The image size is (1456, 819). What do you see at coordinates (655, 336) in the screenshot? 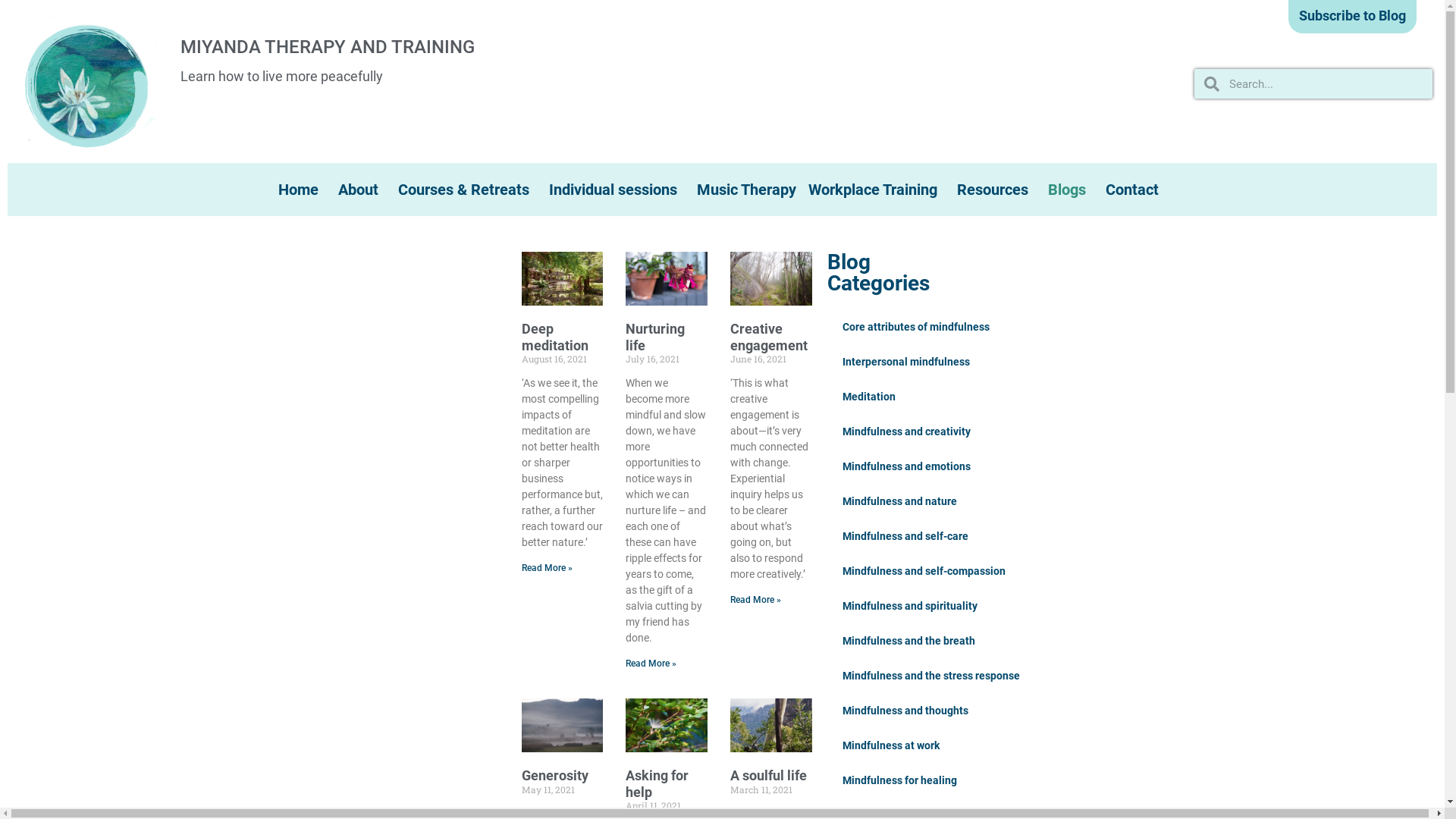
I see `'Nurturing life'` at bounding box center [655, 336].